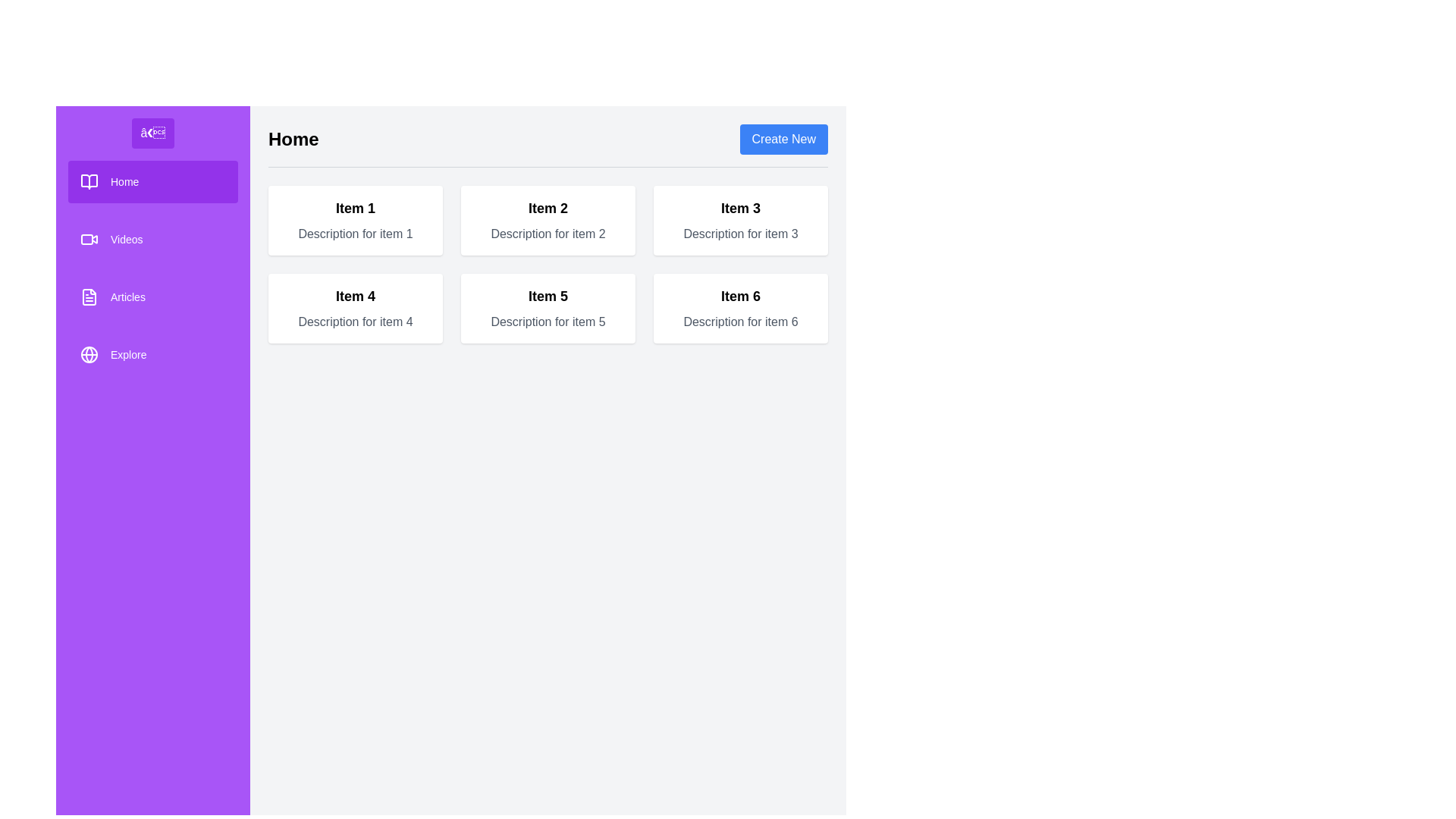  Describe the element at coordinates (86, 239) in the screenshot. I see `the 'Videos' tab icon in the sidebar navigation menu, which visually represents the video section` at that location.